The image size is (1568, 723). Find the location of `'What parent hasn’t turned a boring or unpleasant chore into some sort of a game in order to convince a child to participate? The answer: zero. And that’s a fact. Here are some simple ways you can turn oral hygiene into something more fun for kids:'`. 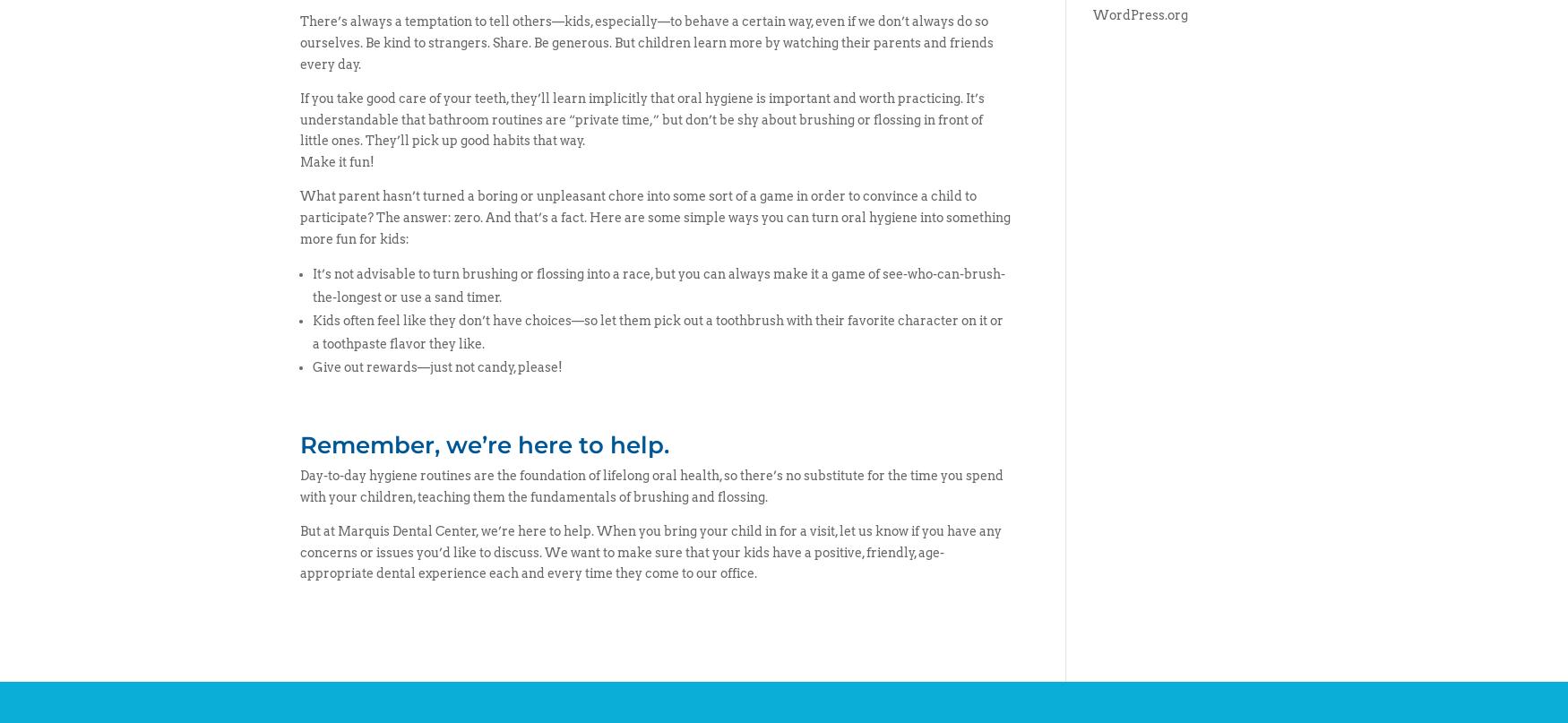

'What parent hasn’t turned a boring or unpleasant chore into some sort of a game in order to convince a child to participate? The answer: zero. And that’s a fact. Here are some simple ways you can turn oral hygiene into something more fun for kids:' is located at coordinates (299, 217).